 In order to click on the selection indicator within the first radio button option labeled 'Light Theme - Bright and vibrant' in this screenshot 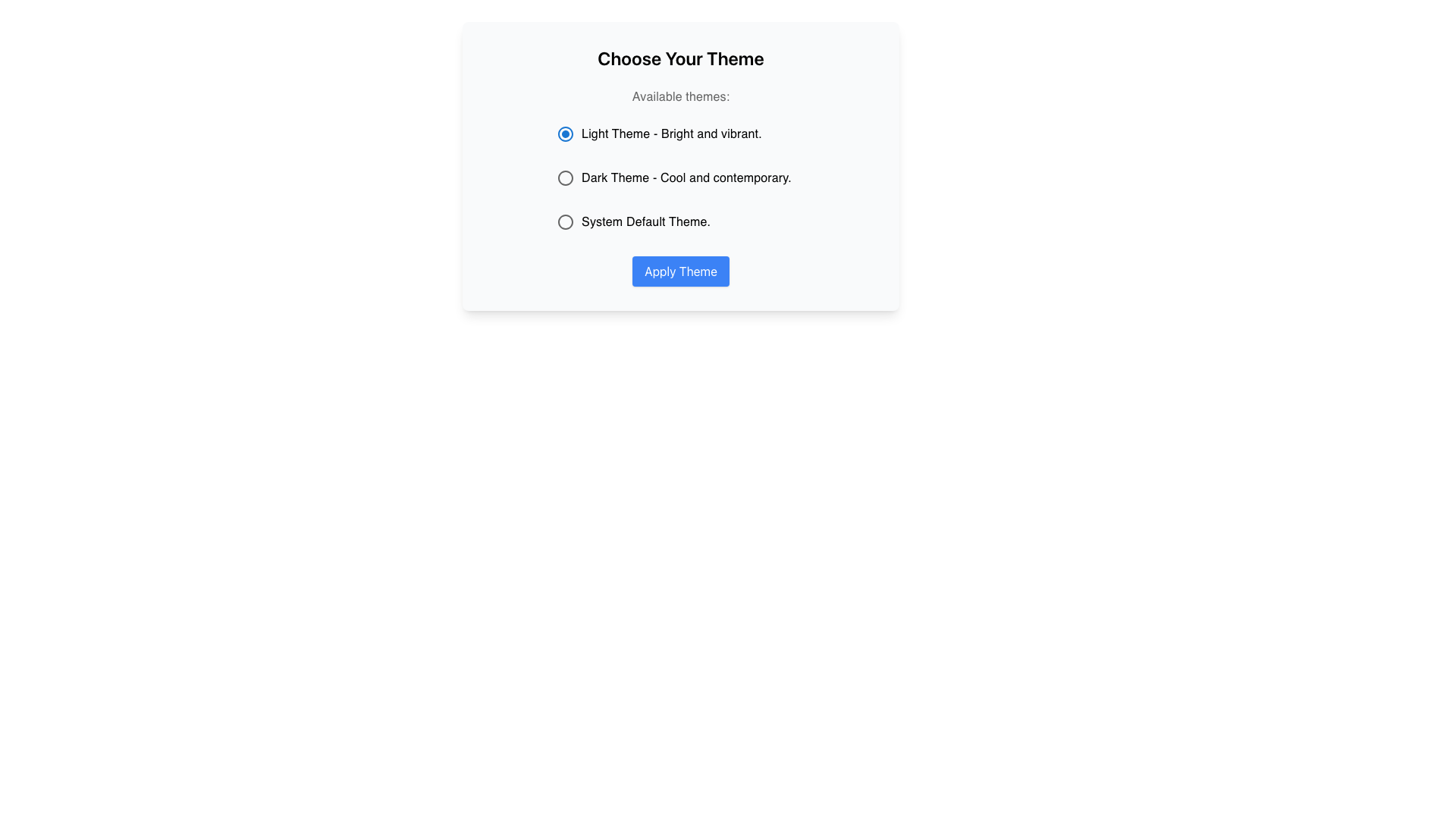, I will do `click(565, 133)`.